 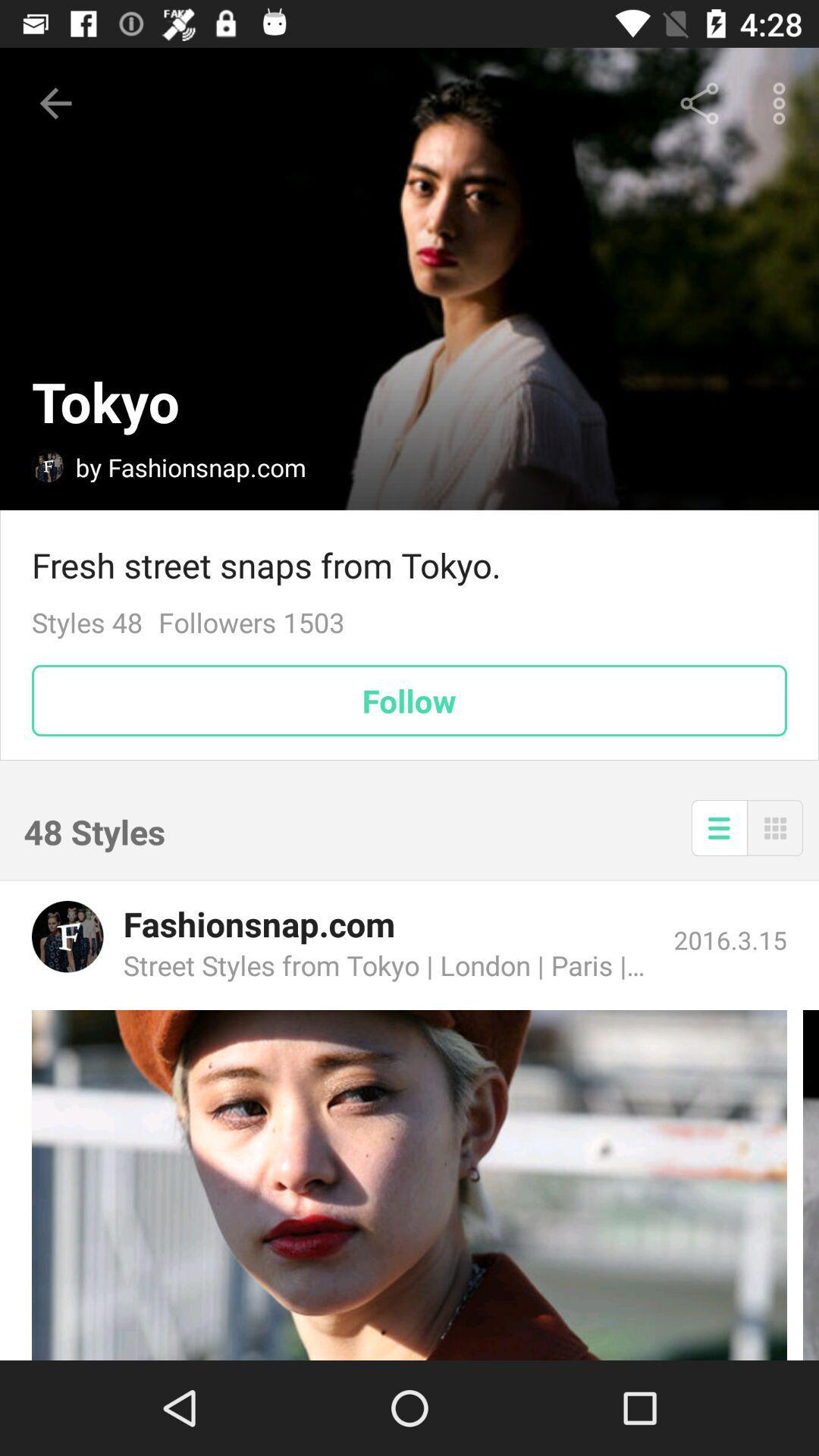 I want to click on change view to tiled, so click(x=775, y=827).